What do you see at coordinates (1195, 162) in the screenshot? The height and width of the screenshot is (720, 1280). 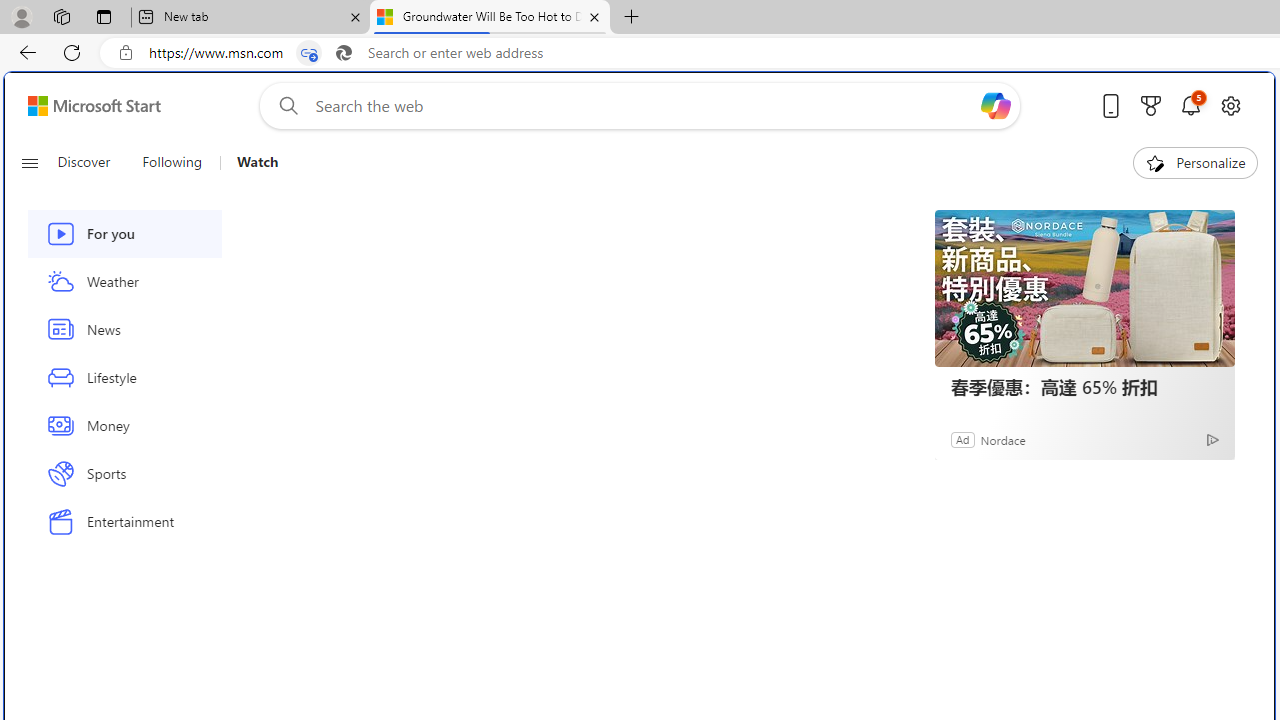 I see `'Personalize'` at bounding box center [1195, 162].